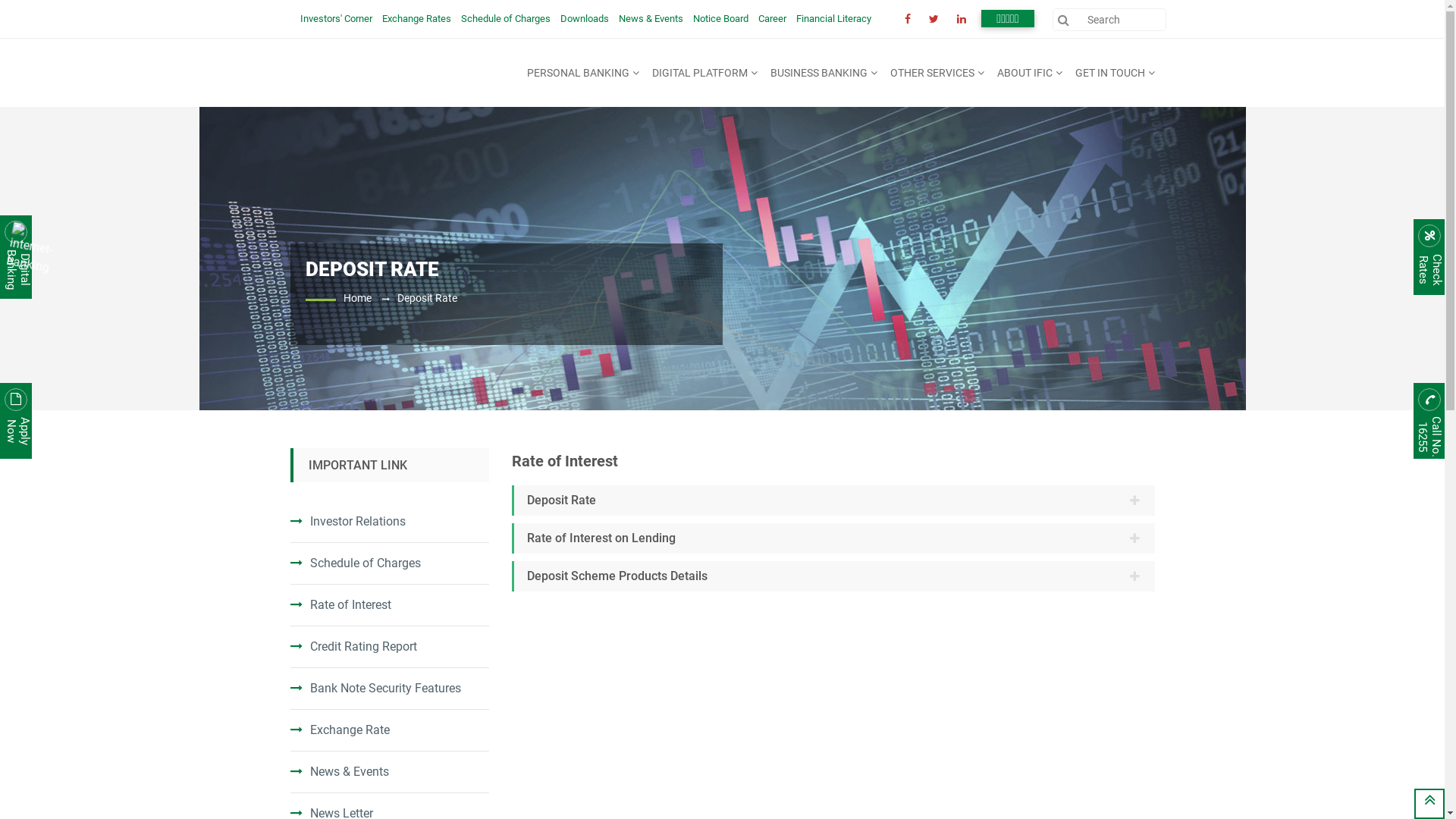  I want to click on 'Downloads', so click(582, 18).